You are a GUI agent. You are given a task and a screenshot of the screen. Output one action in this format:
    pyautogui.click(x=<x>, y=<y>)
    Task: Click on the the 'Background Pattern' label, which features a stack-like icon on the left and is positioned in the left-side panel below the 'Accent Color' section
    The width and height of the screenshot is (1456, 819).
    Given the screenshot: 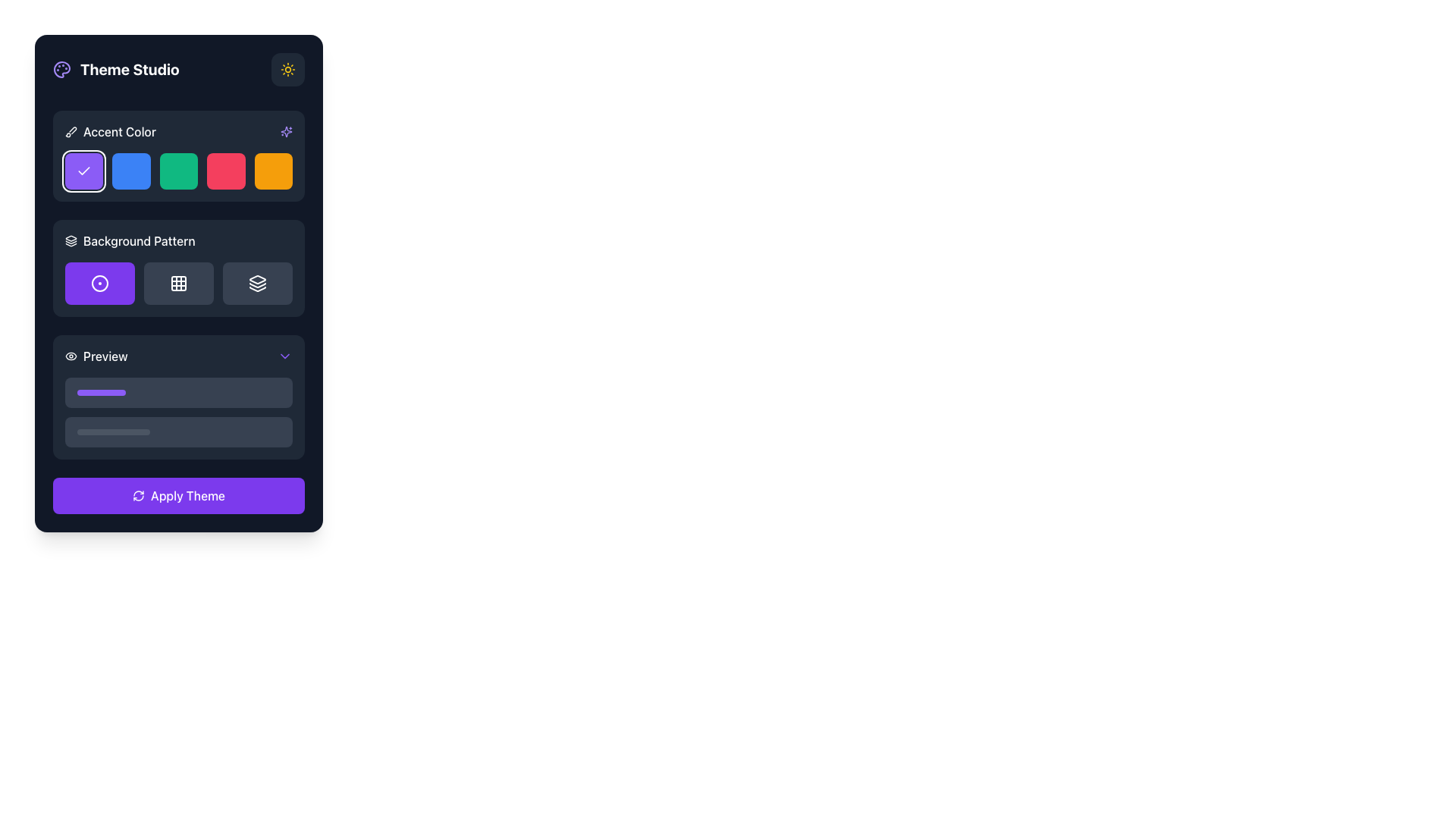 What is the action you would take?
    pyautogui.click(x=130, y=240)
    